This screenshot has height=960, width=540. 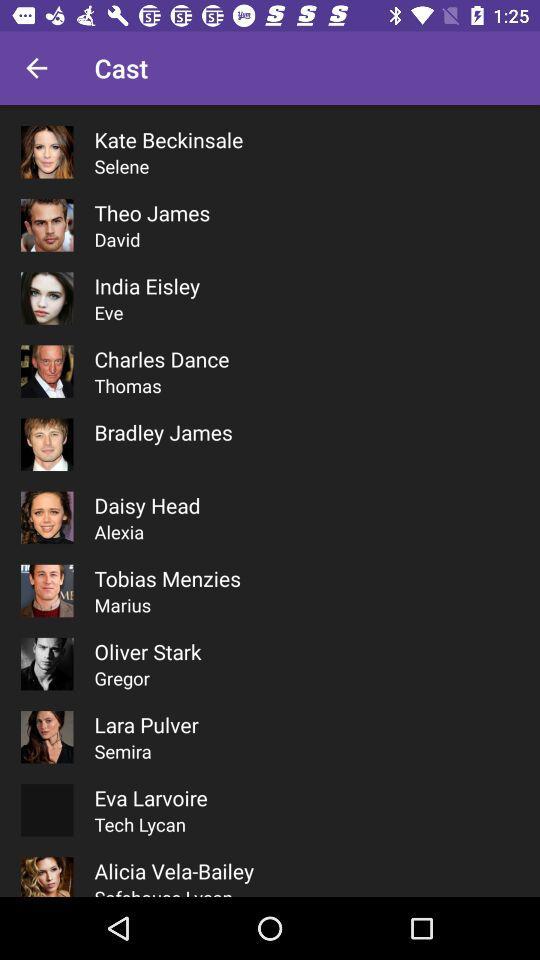 What do you see at coordinates (146, 285) in the screenshot?
I see `the india eisley` at bounding box center [146, 285].